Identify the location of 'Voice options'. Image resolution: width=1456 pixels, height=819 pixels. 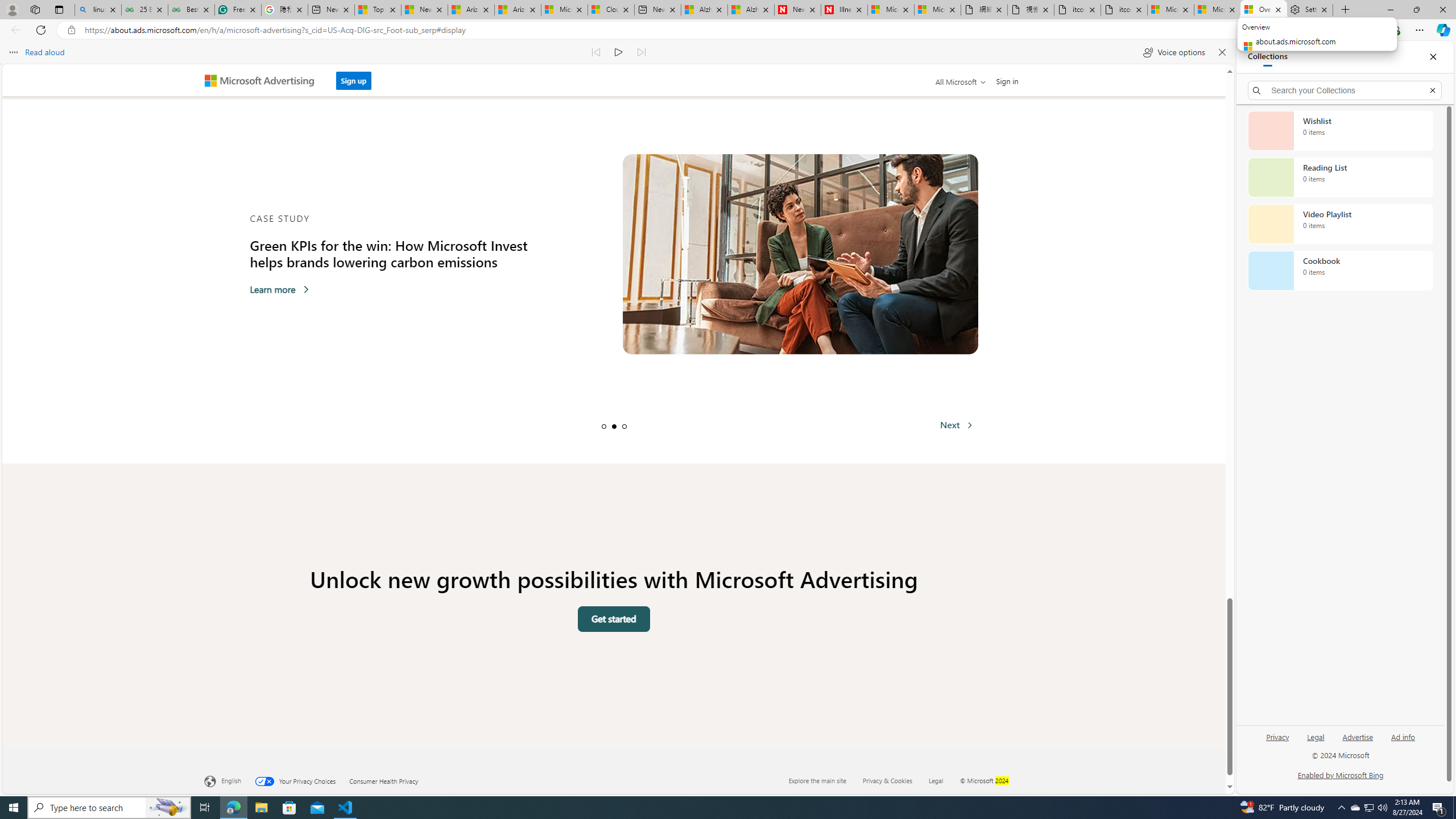
(1173, 52).